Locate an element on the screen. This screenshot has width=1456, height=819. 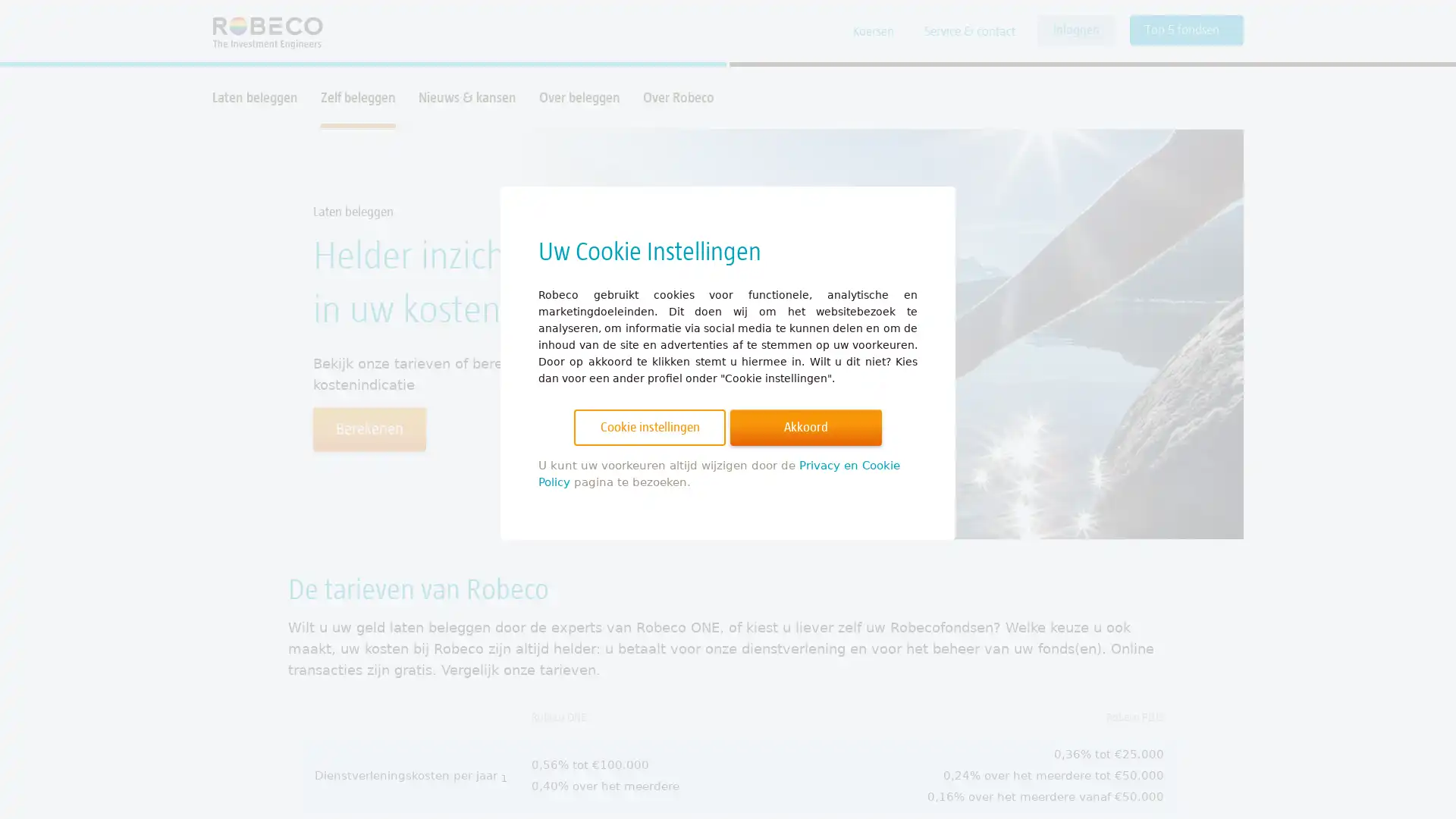
Service & contact is located at coordinates (968, 32).